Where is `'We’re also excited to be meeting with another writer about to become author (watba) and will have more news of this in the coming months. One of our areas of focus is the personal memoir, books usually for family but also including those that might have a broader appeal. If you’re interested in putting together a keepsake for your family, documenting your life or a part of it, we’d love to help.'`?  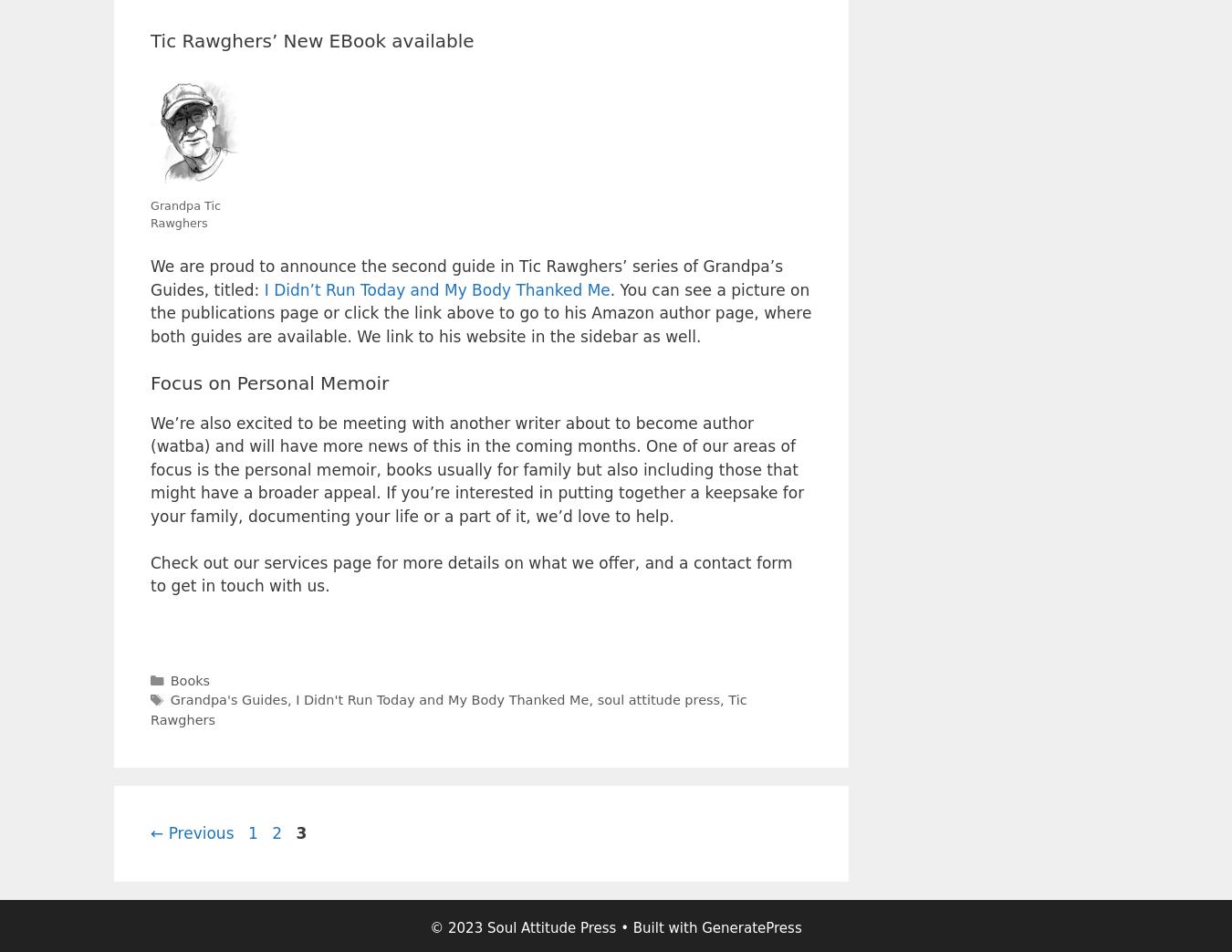
'We’re also excited to be meeting with another writer about to become author (watba) and will have more news of this in the coming months. One of our areas of focus is the personal memoir, books usually for family but also including those that might have a broader appeal. If you’re interested in putting together a keepsake for your family, documenting your life or a part of it, we’d love to help.' is located at coordinates (475, 467).